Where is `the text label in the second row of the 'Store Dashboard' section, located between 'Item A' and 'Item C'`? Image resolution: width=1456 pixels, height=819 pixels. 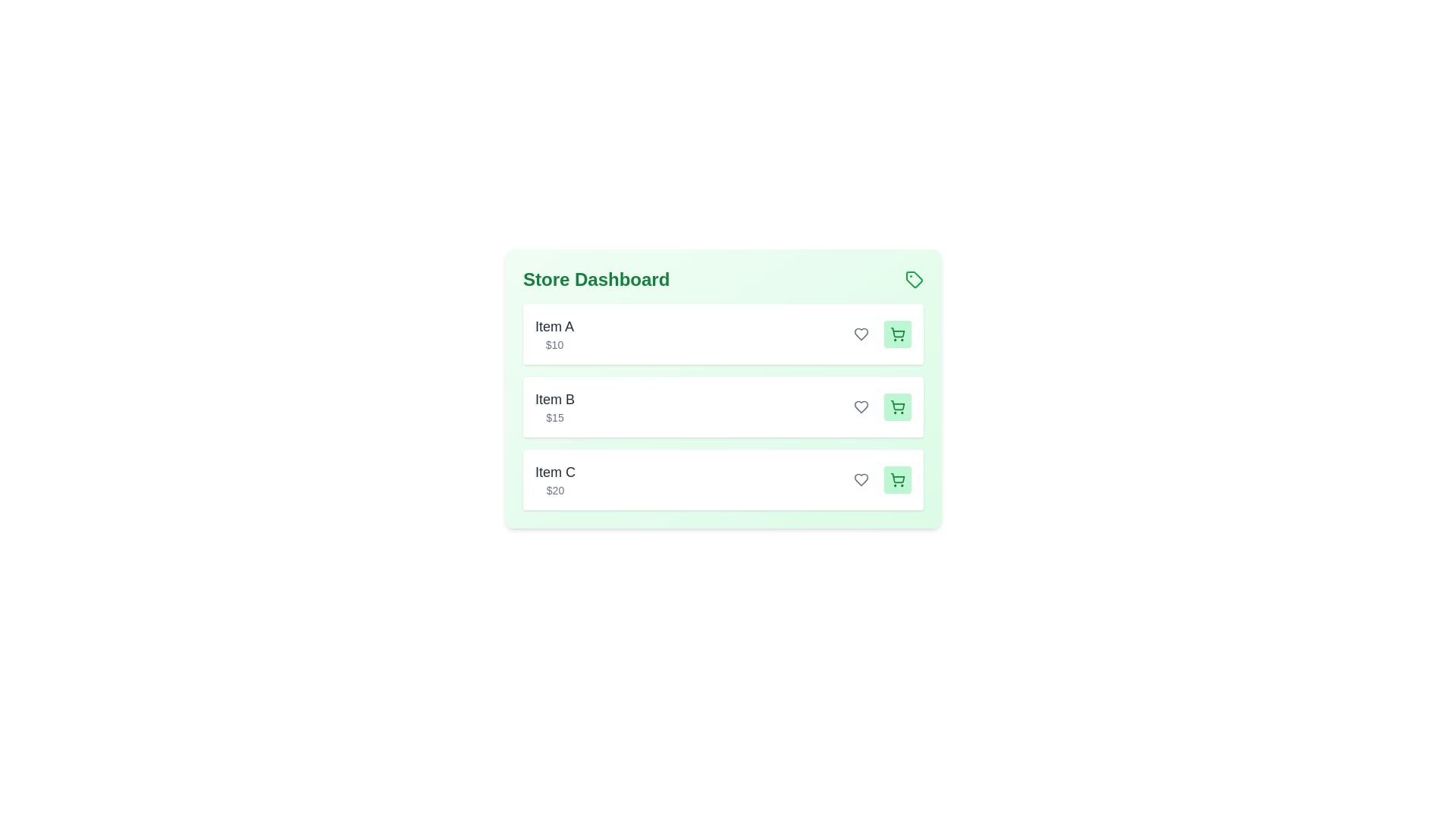 the text label in the second row of the 'Store Dashboard' section, located between 'Item A' and 'Item C' is located at coordinates (554, 399).